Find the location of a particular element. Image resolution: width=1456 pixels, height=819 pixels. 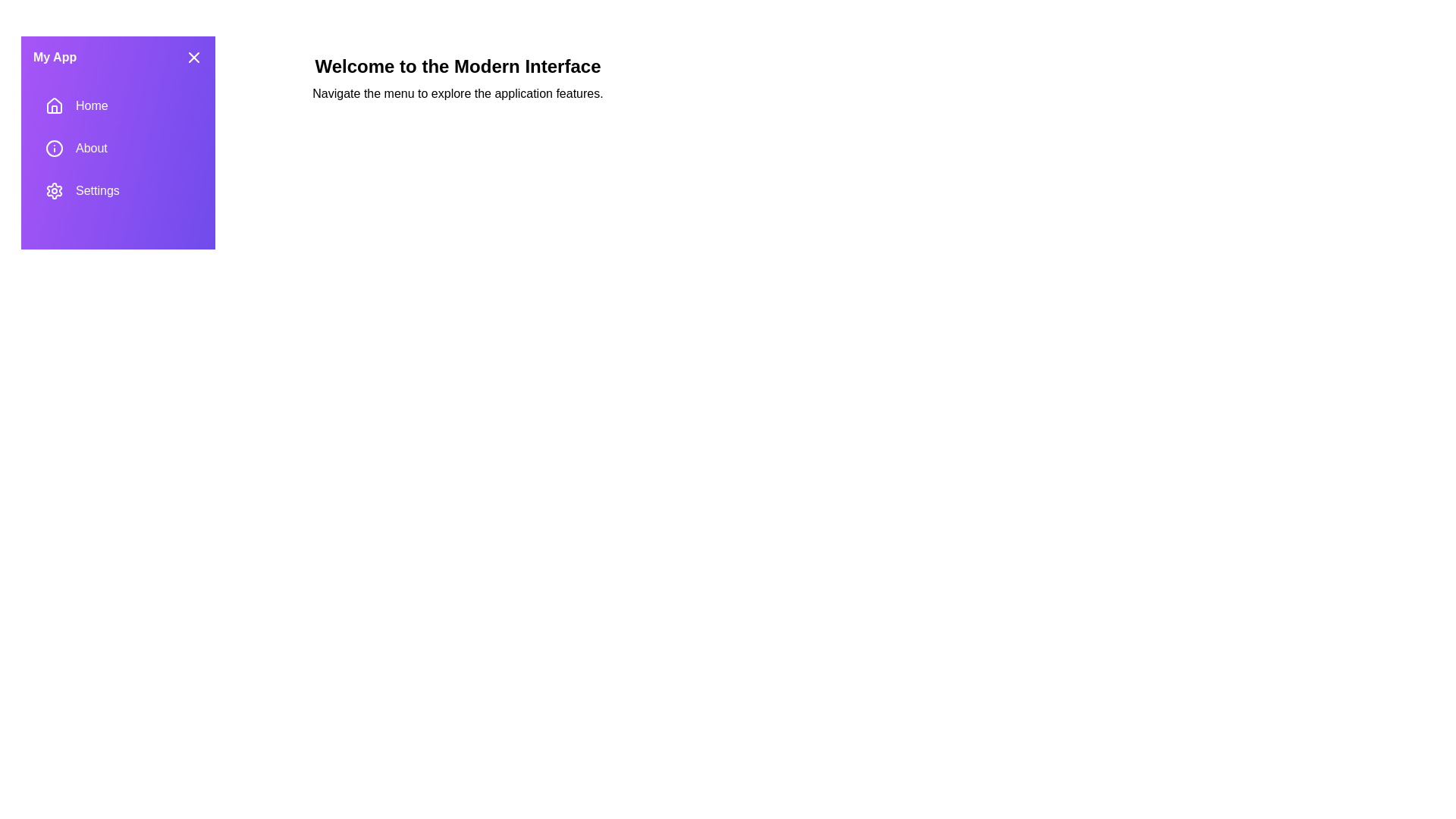

the drawer section labeled Settings is located at coordinates (118, 190).